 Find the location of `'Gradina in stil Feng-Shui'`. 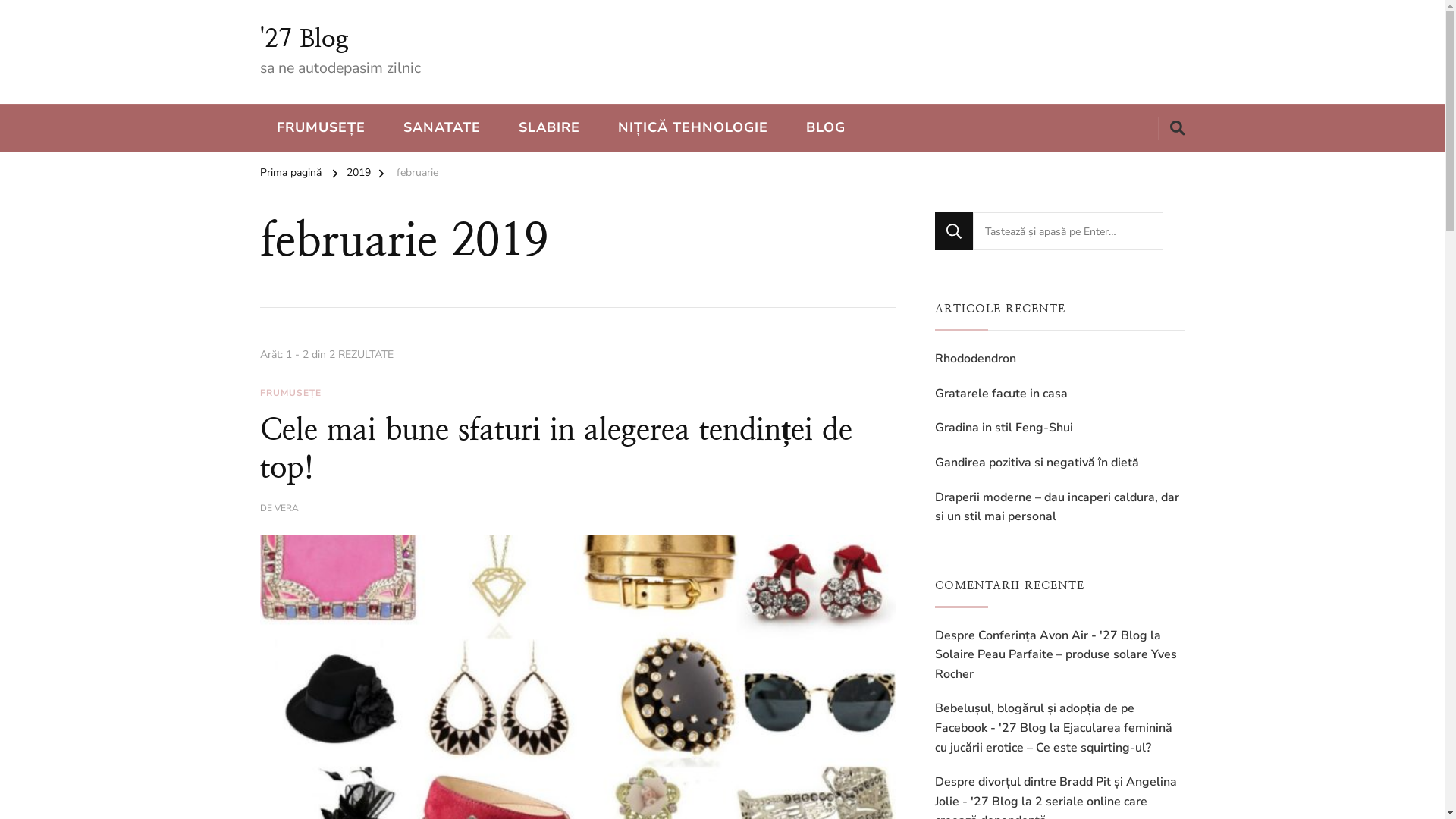

'Gradina in stil Feng-Shui' is located at coordinates (1003, 428).